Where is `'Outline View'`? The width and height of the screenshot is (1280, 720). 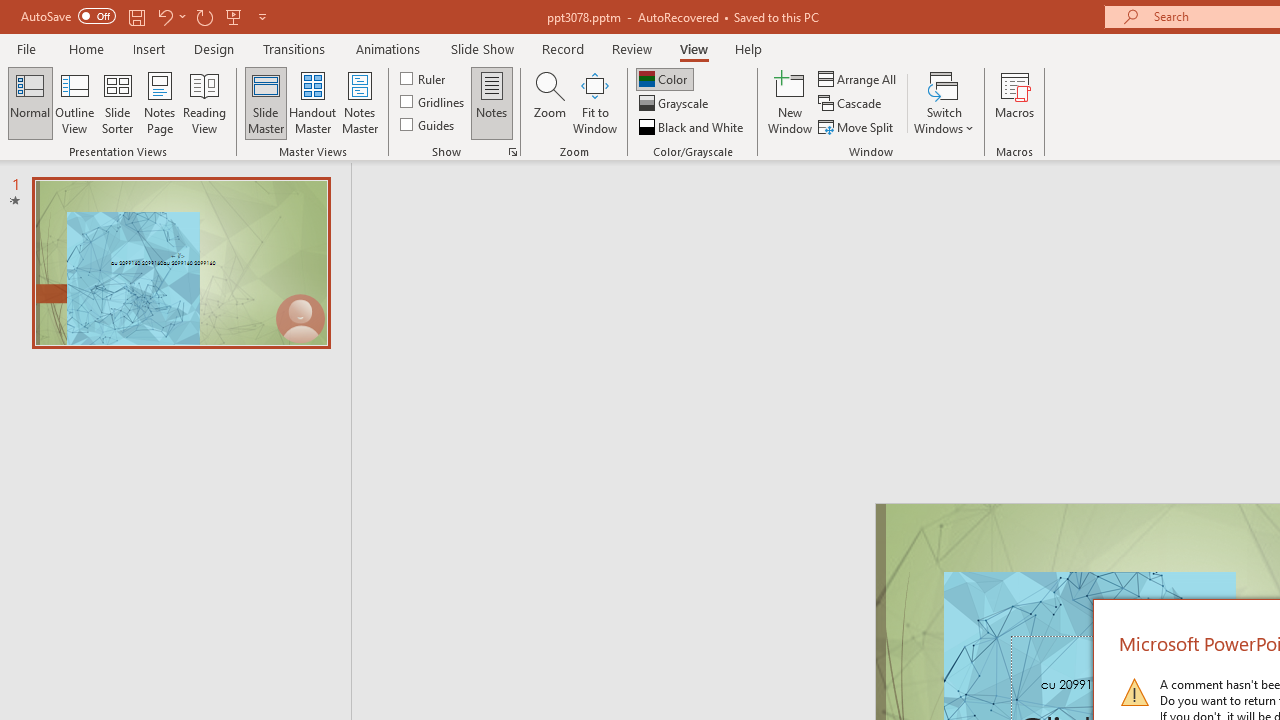 'Outline View' is located at coordinates (74, 103).